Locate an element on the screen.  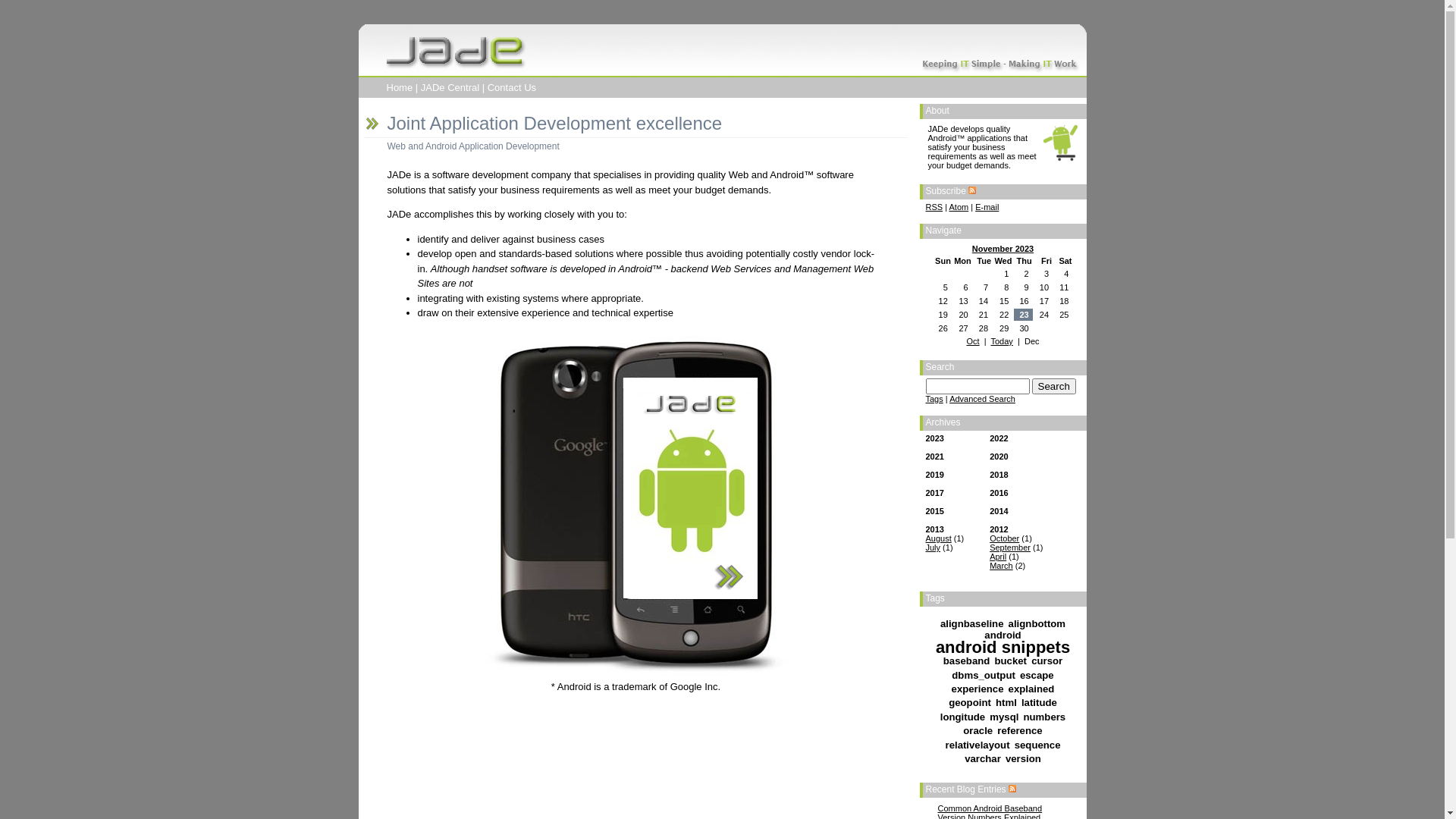
'reference' is located at coordinates (1019, 730).